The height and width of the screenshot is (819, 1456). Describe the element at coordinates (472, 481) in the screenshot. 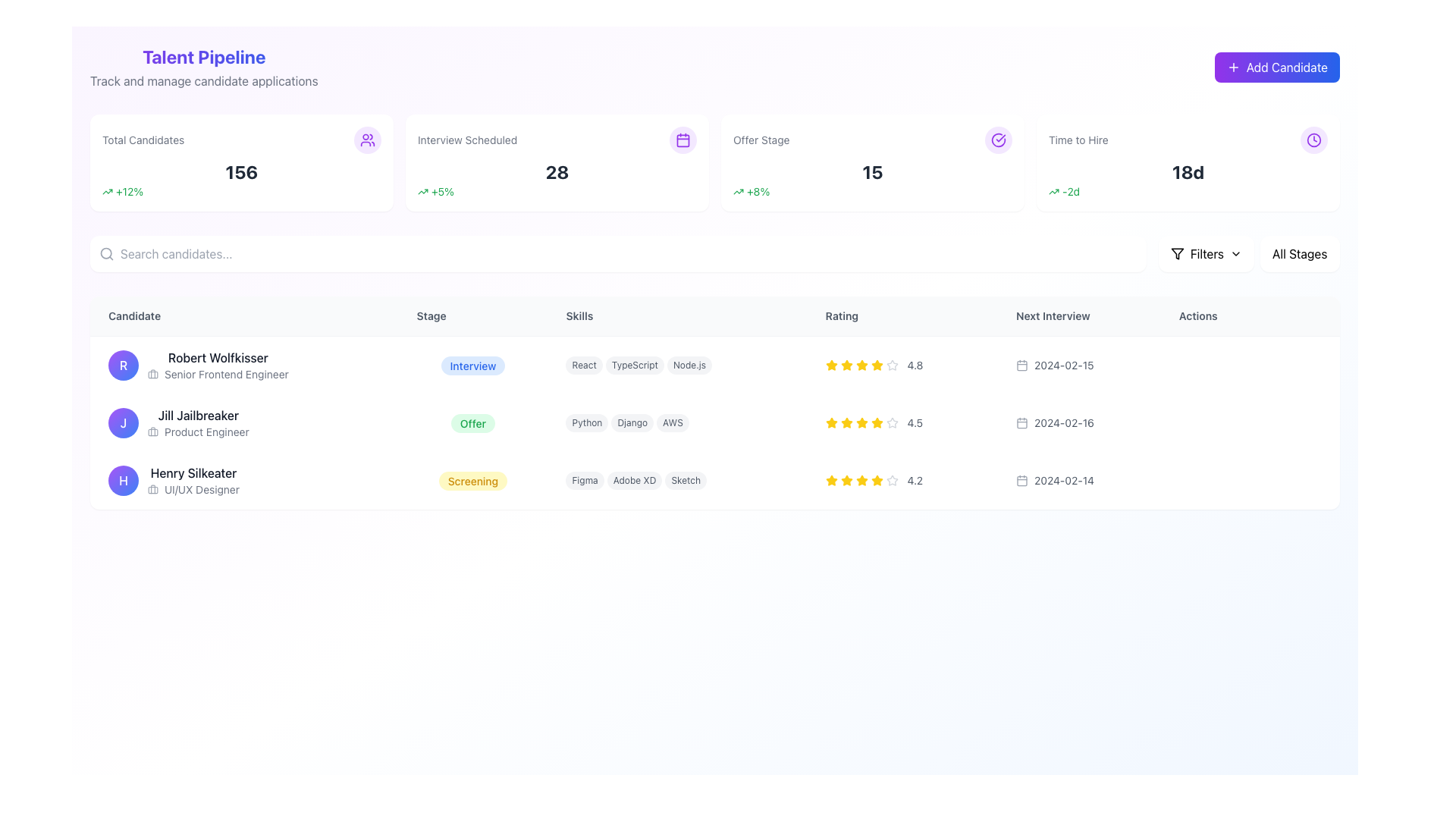

I see `the 'Screening' label in the candidates' table corresponding to 'Henry Silkeater'` at that location.